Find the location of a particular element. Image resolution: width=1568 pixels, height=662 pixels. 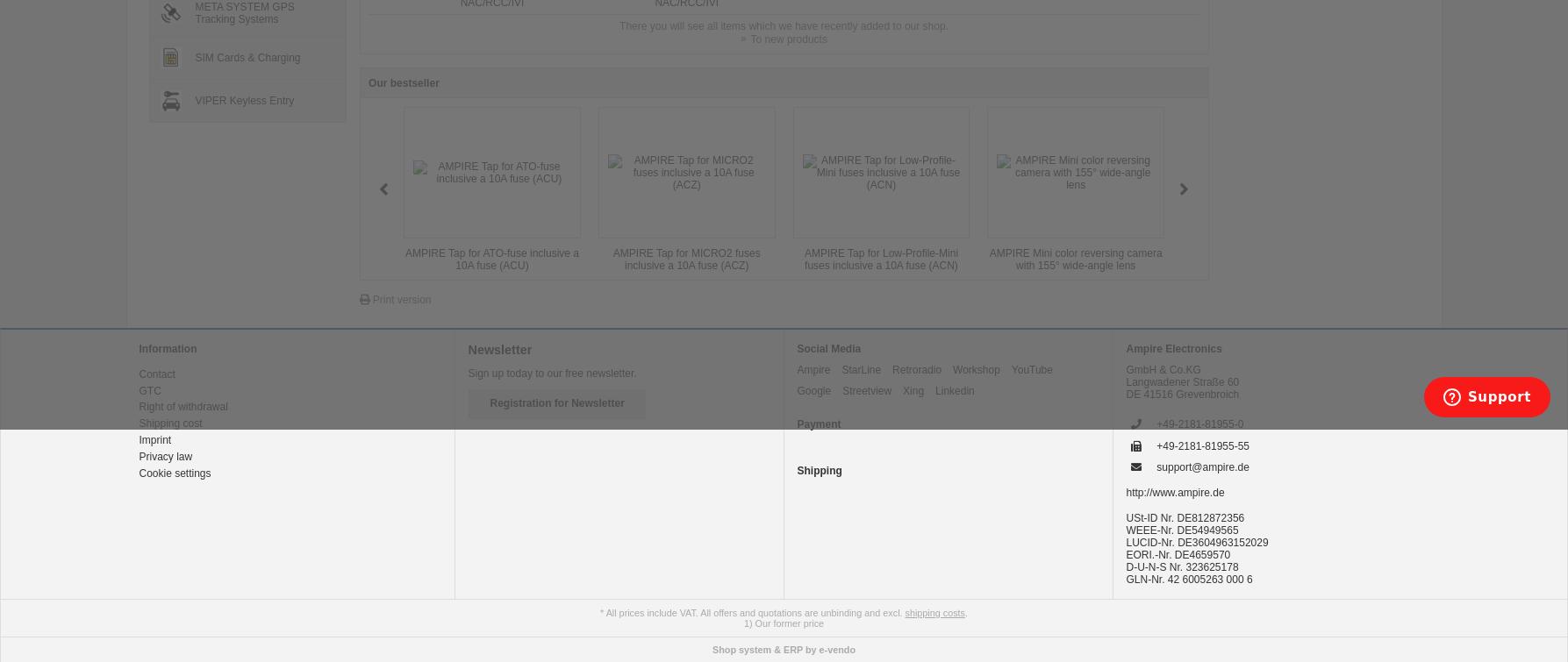

'1)' is located at coordinates (748, 622).